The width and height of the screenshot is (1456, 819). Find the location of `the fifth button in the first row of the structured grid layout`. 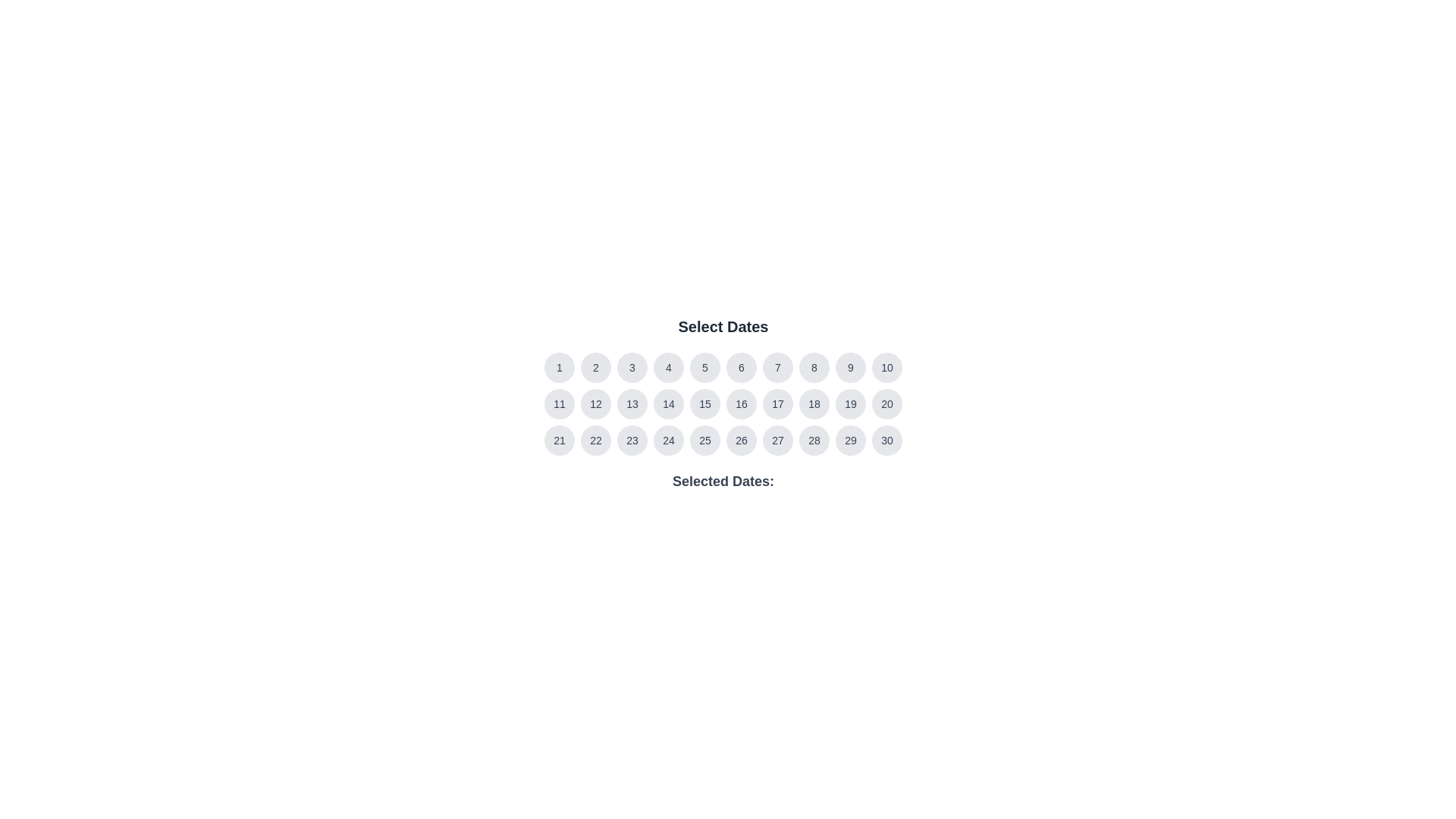

the fifth button in the first row of the structured grid layout is located at coordinates (704, 368).